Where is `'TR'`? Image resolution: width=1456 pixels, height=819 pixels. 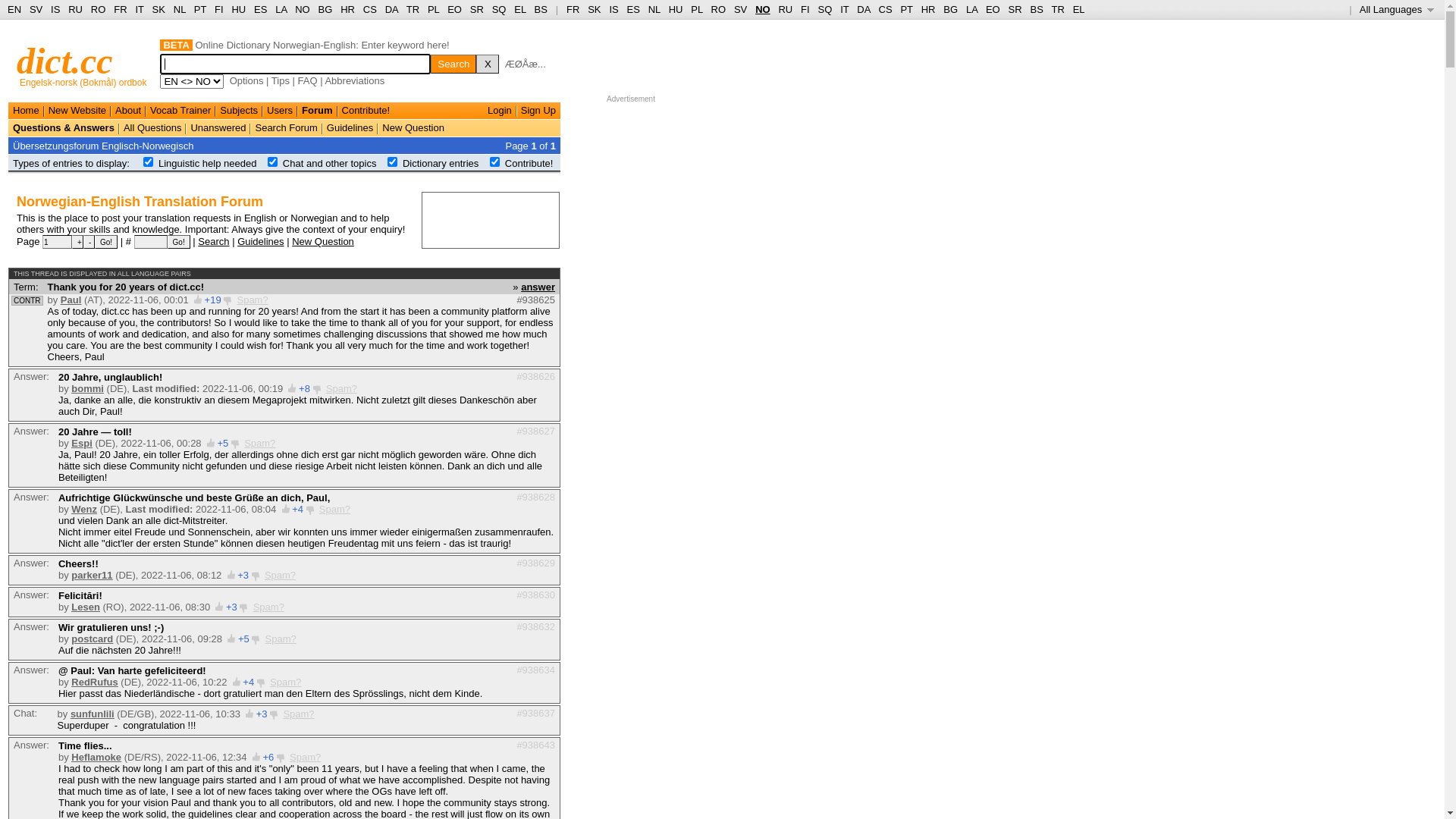 'TR' is located at coordinates (413, 9).